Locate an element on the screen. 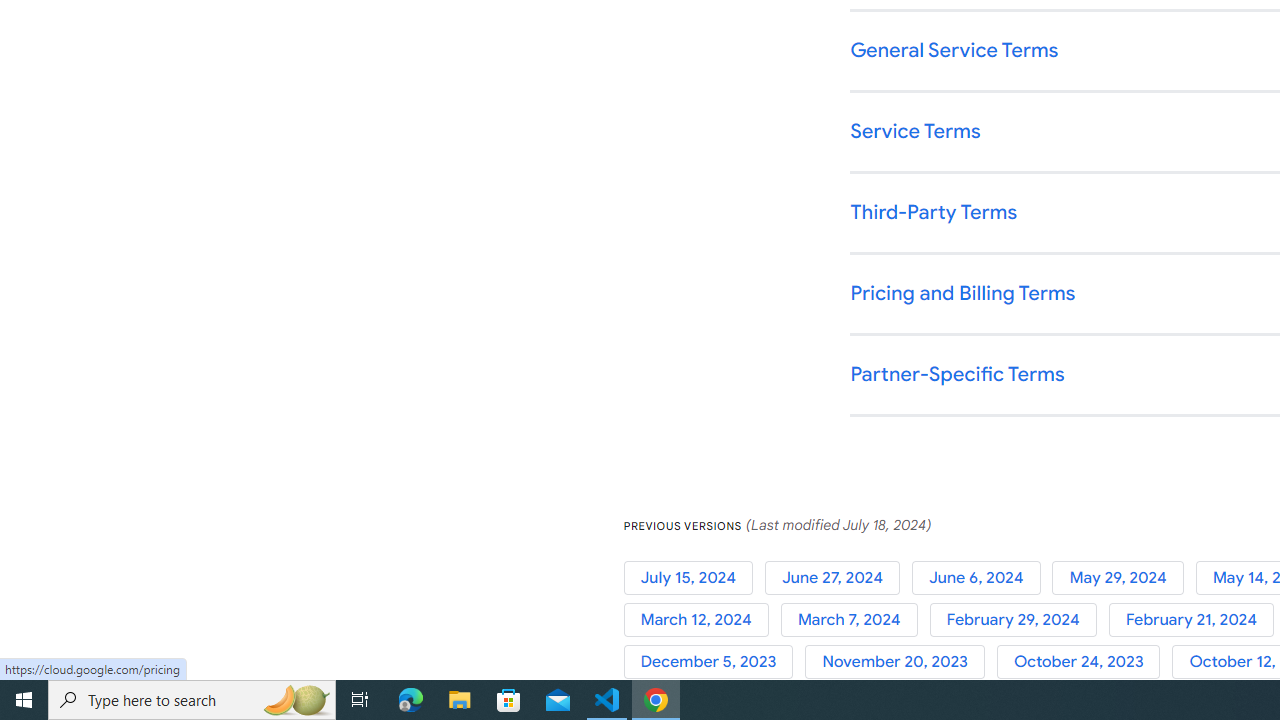 This screenshot has width=1280, height=720. 'March 12, 2024' is located at coordinates (702, 619).